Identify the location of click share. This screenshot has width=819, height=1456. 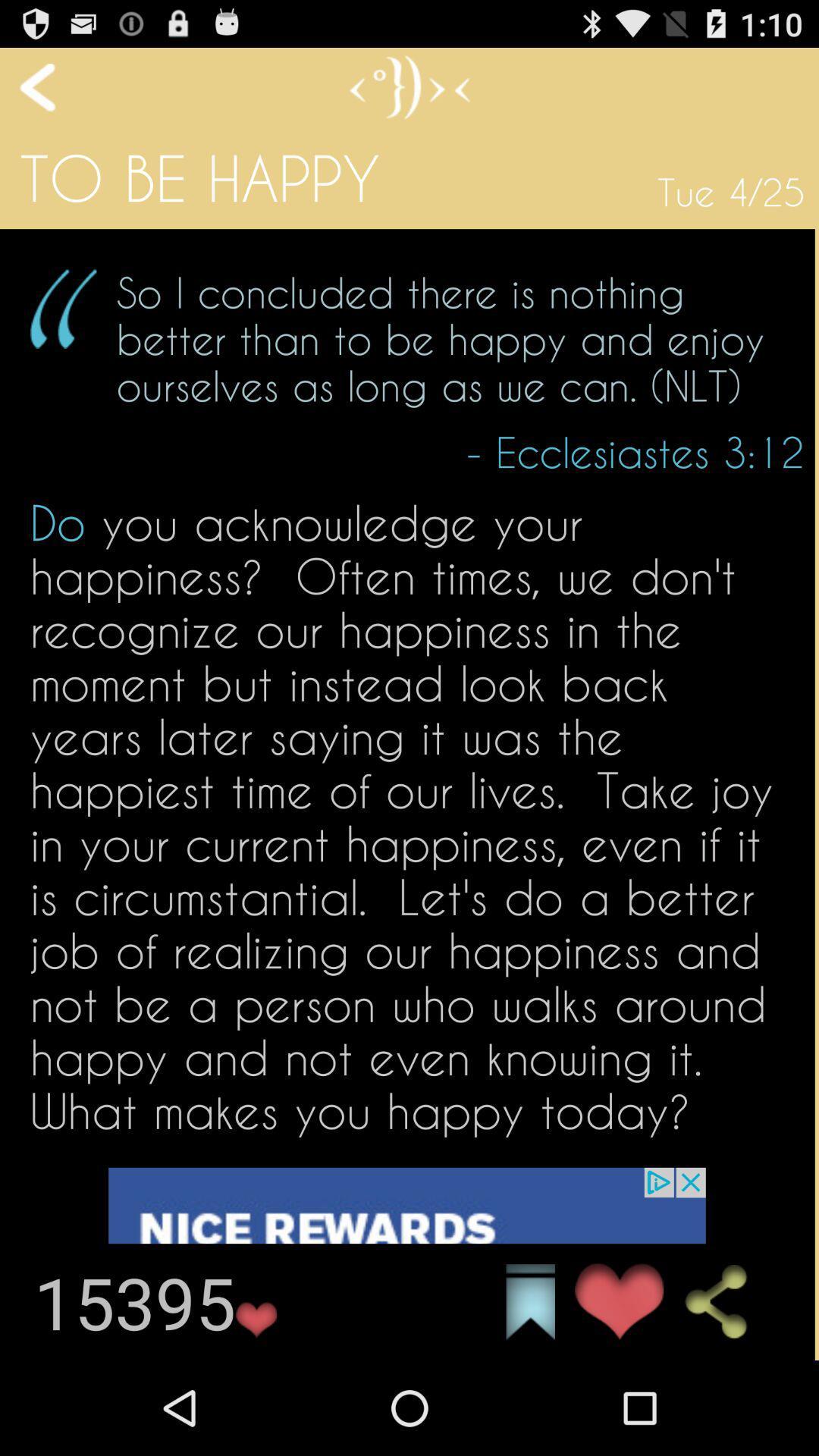
(728, 1301).